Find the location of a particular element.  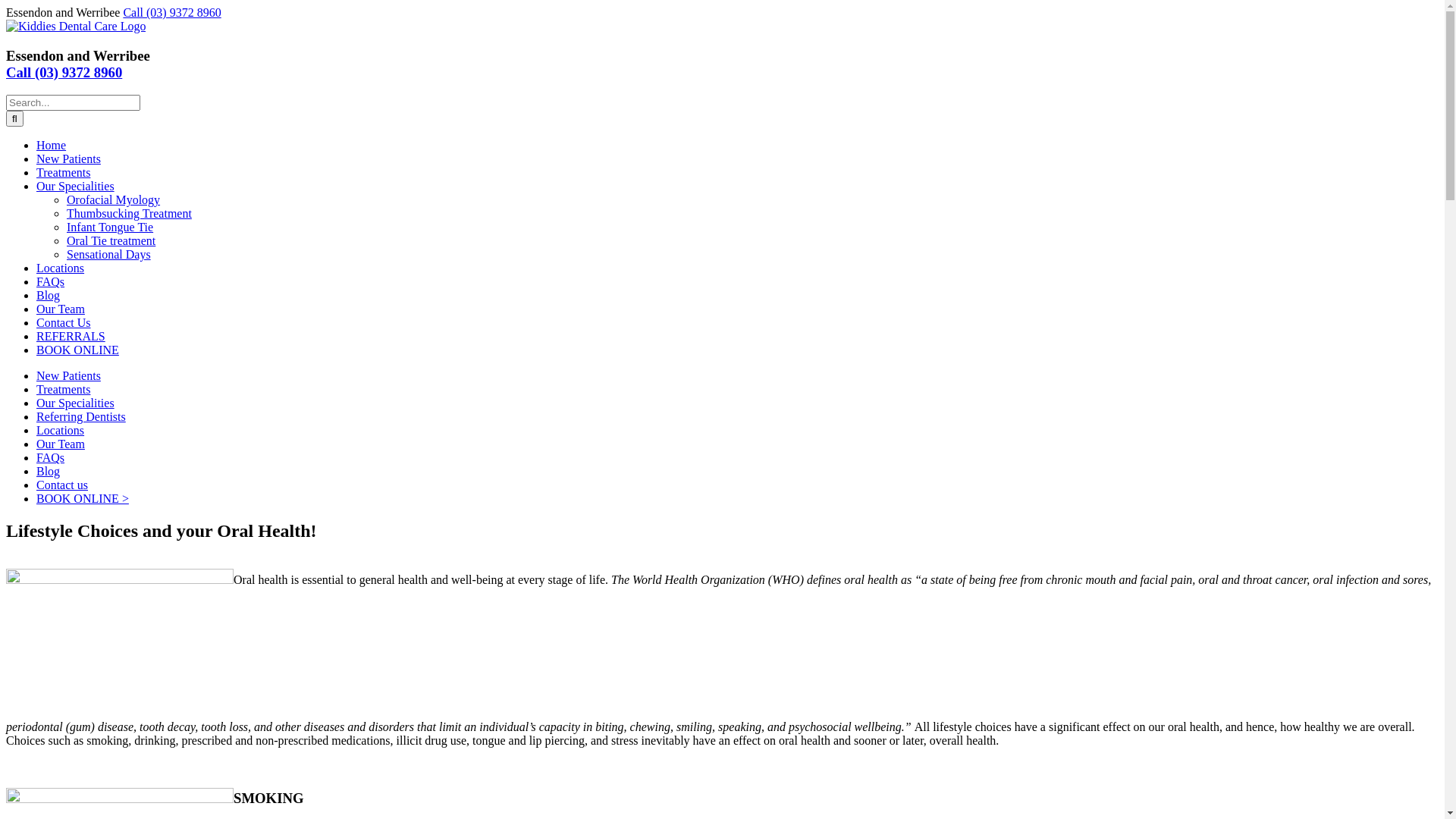

'Our Team' is located at coordinates (61, 308).